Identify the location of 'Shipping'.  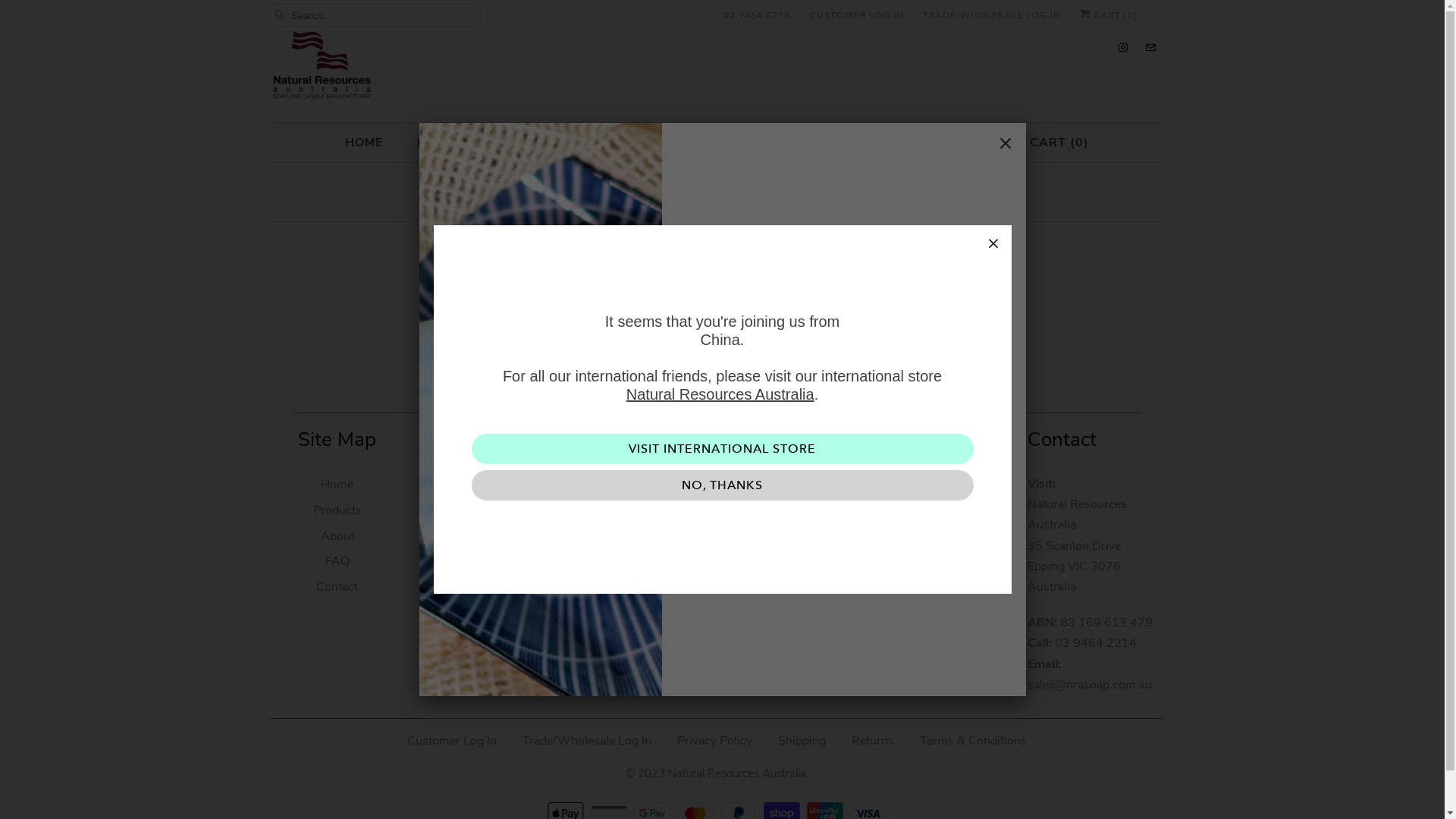
(801, 739).